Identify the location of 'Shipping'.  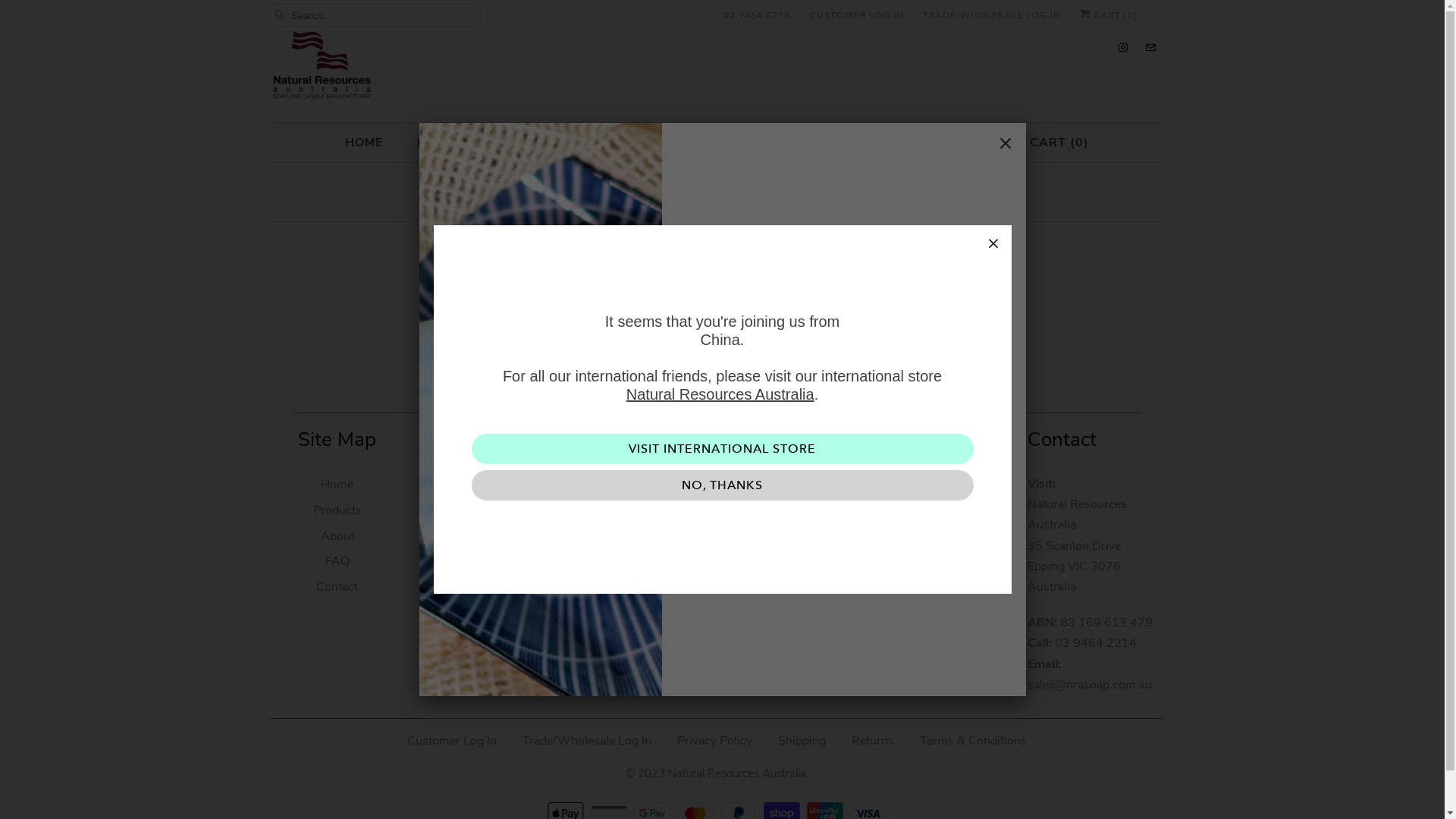
(801, 739).